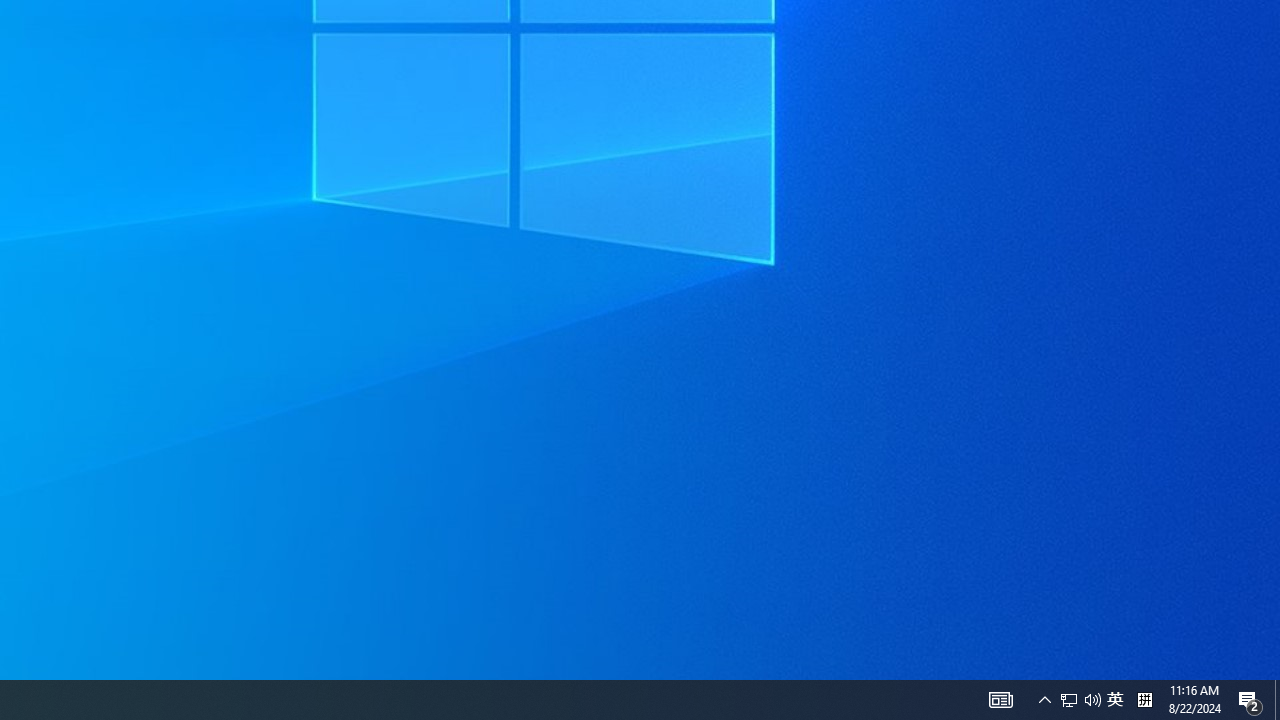  Describe the element at coordinates (1044, 698) in the screenshot. I see `'Notification Chevron'` at that location.